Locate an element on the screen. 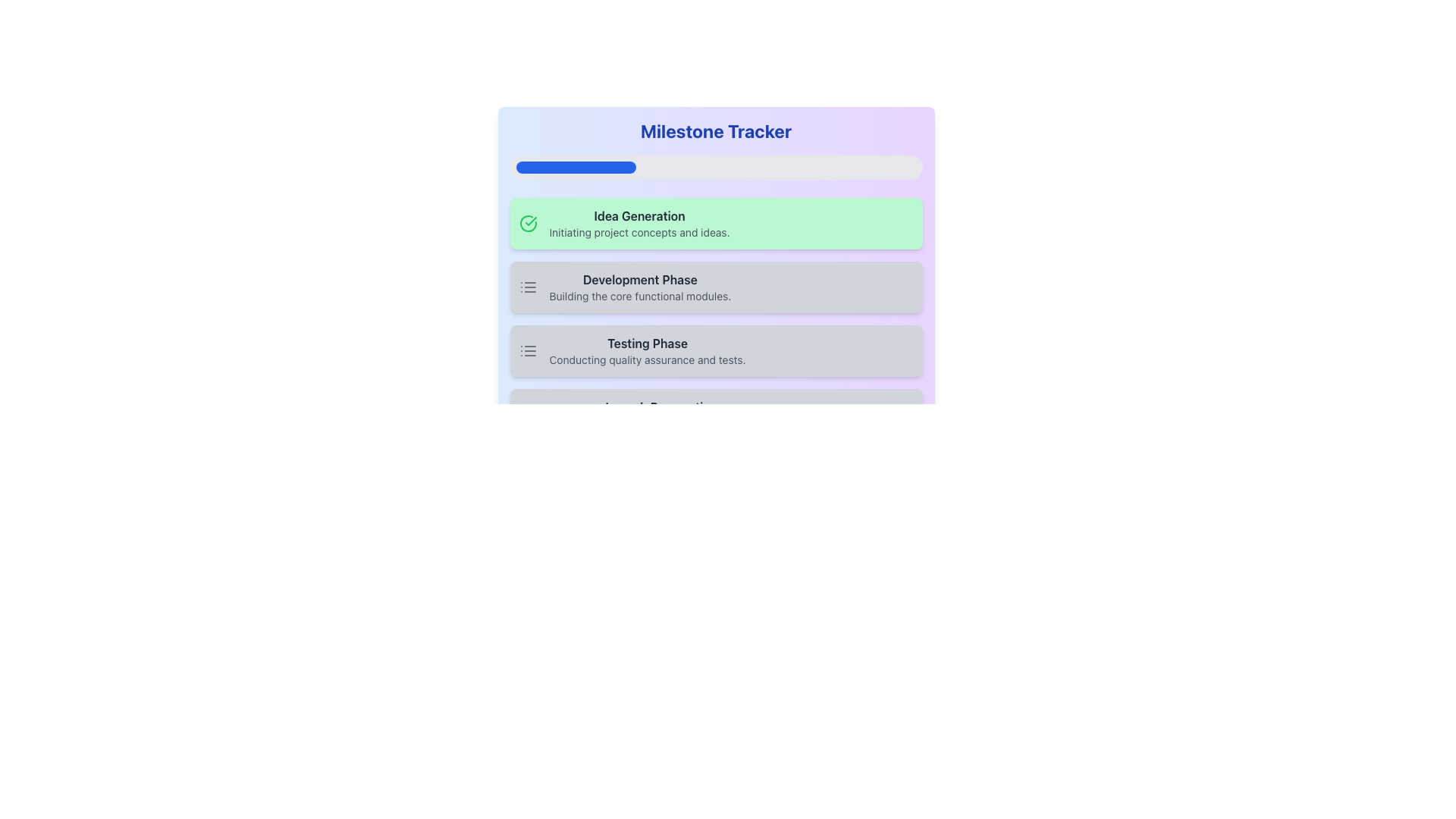 The height and width of the screenshot is (819, 1456). the progress visually on the Progress Bar located below the 'Milestone Tracker' heading is located at coordinates (715, 167).